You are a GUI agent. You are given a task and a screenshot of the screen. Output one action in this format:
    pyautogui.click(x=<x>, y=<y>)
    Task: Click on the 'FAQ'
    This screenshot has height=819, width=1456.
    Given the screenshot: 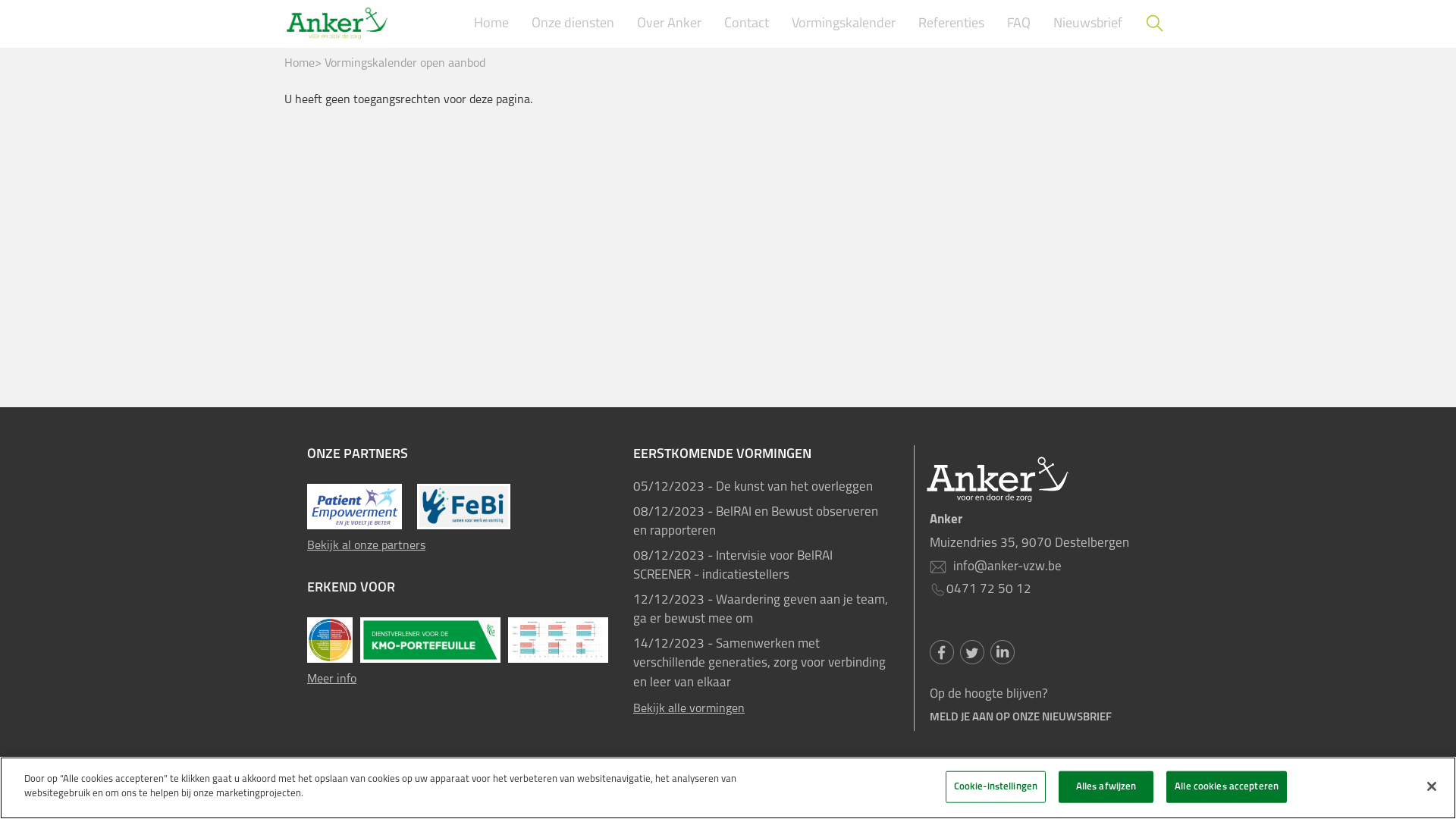 What is the action you would take?
    pyautogui.click(x=999, y=24)
    